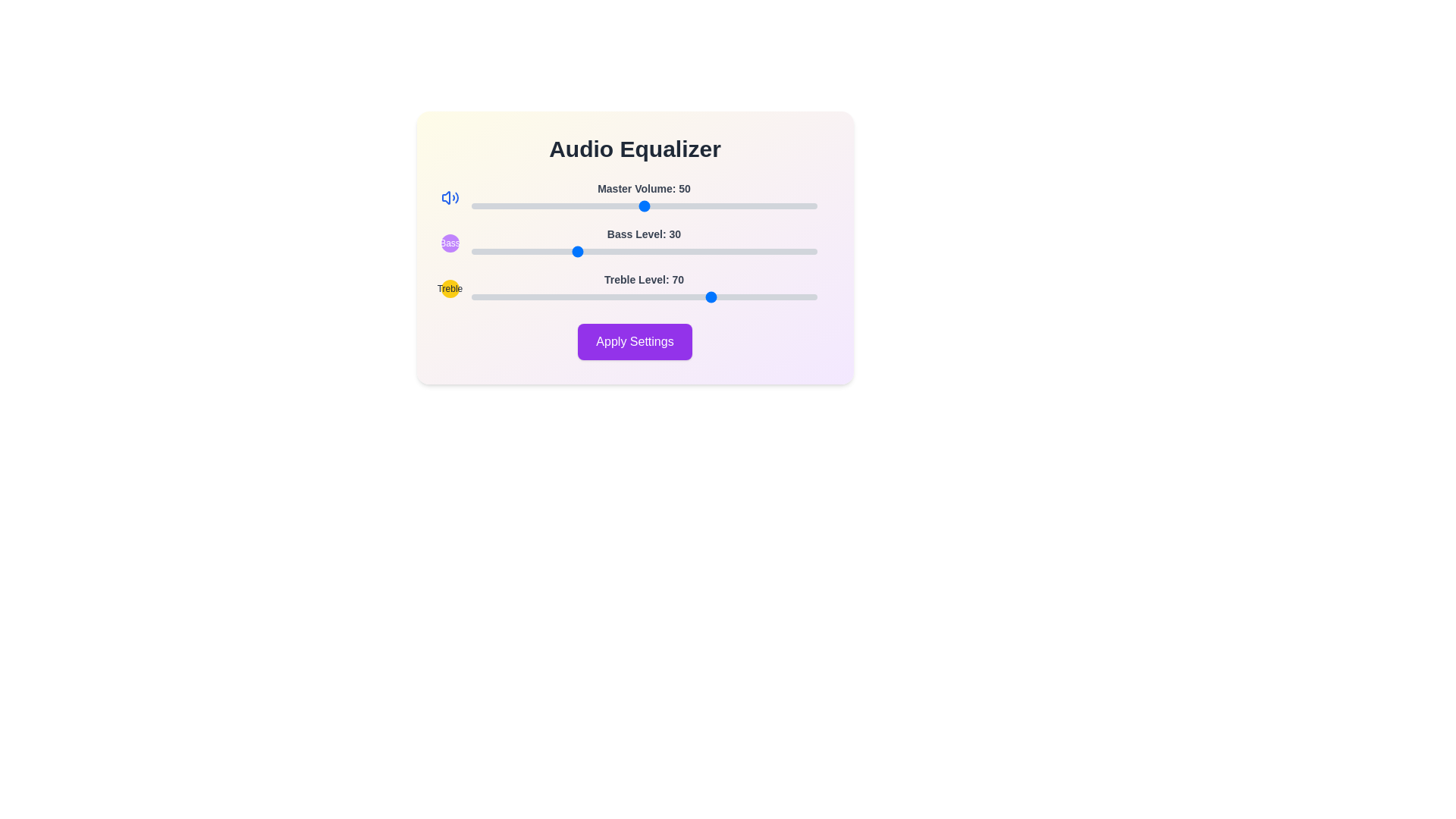 This screenshot has height=819, width=1456. Describe the element at coordinates (644, 289) in the screenshot. I see `and drag the blue knob of the treble audio level range slider located in the 'Treble' group, which is positioned below 'Bass Level: 30' and above the 'Apply Settings' button` at that location.